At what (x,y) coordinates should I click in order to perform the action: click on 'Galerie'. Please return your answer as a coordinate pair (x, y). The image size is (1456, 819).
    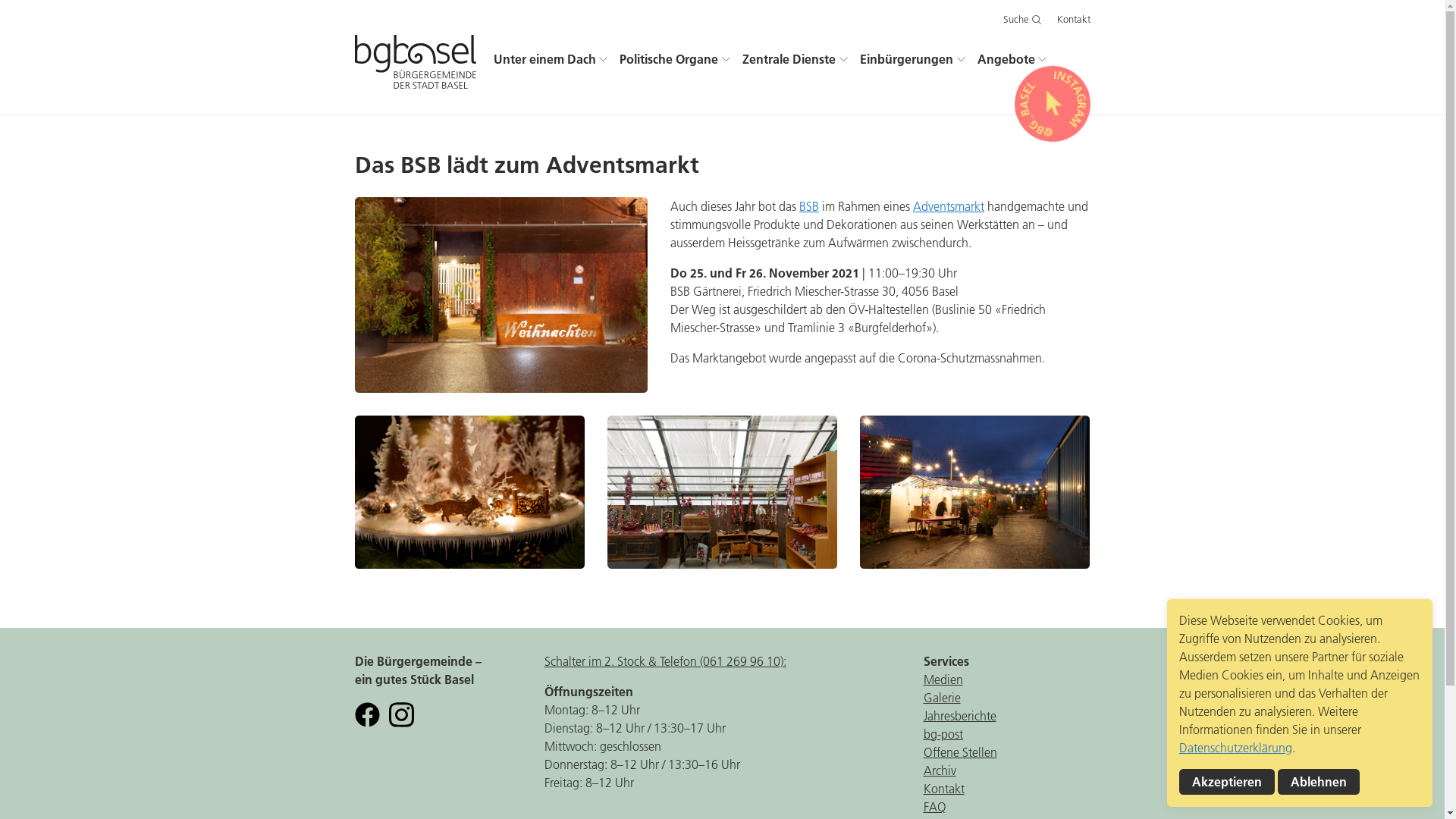
    Looking at the image, I should click on (941, 698).